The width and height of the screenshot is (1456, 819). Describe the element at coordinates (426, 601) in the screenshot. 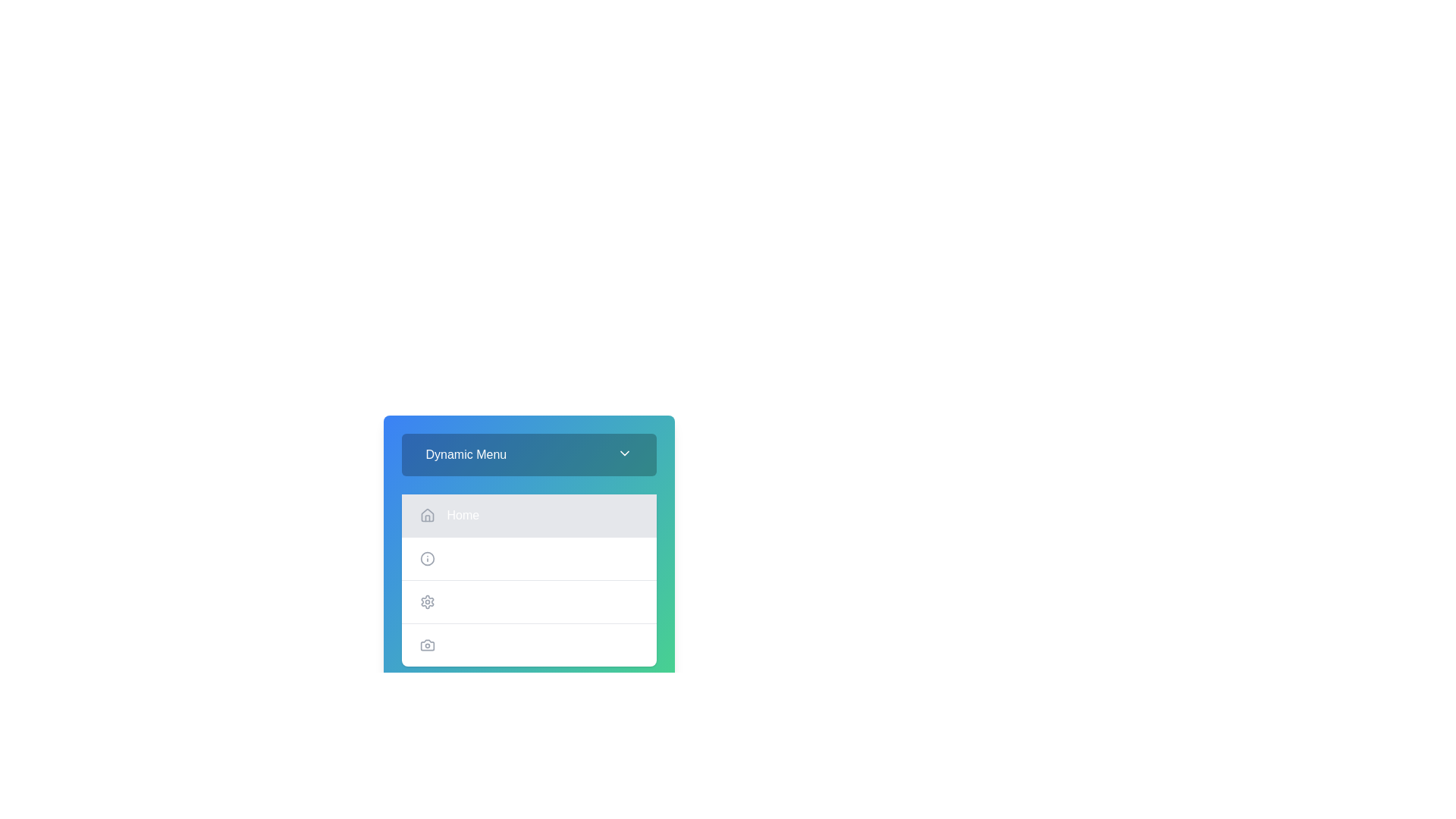

I see `the settings icon in the dropdown menu` at that location.